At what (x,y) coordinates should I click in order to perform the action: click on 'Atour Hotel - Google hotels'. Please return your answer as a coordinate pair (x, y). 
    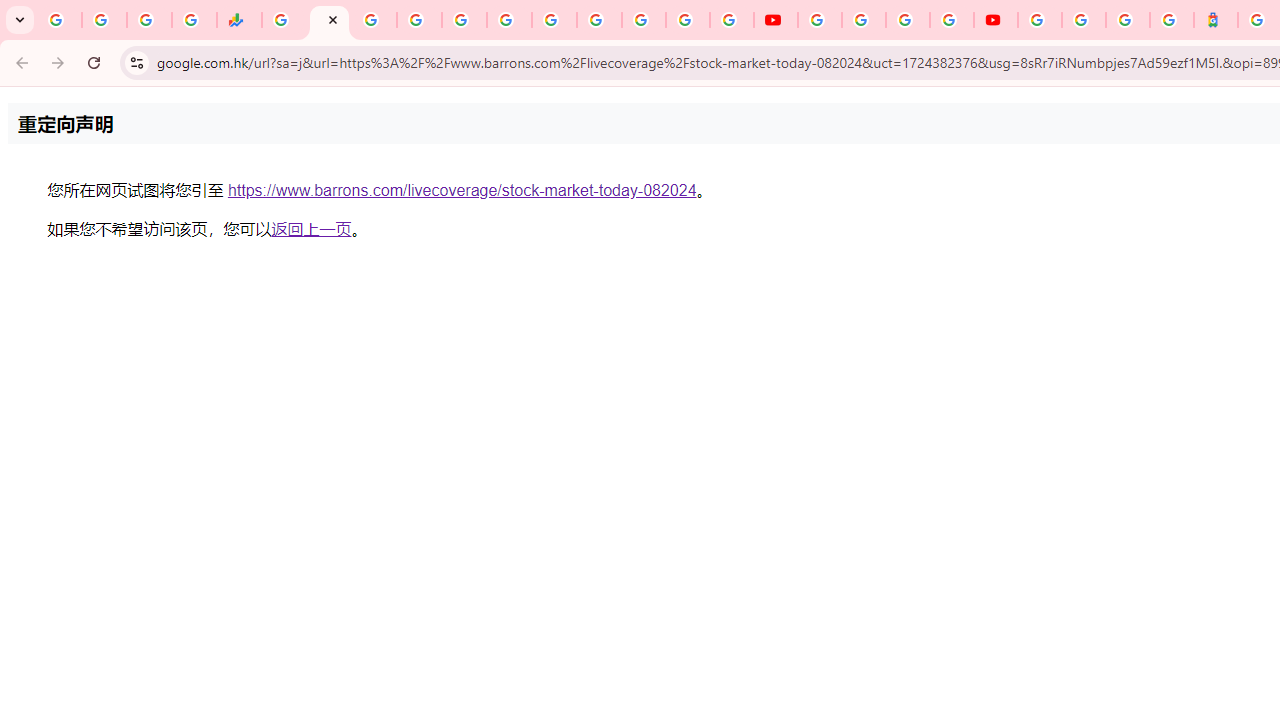
    Looking at the image, I should click on (1215, 20).